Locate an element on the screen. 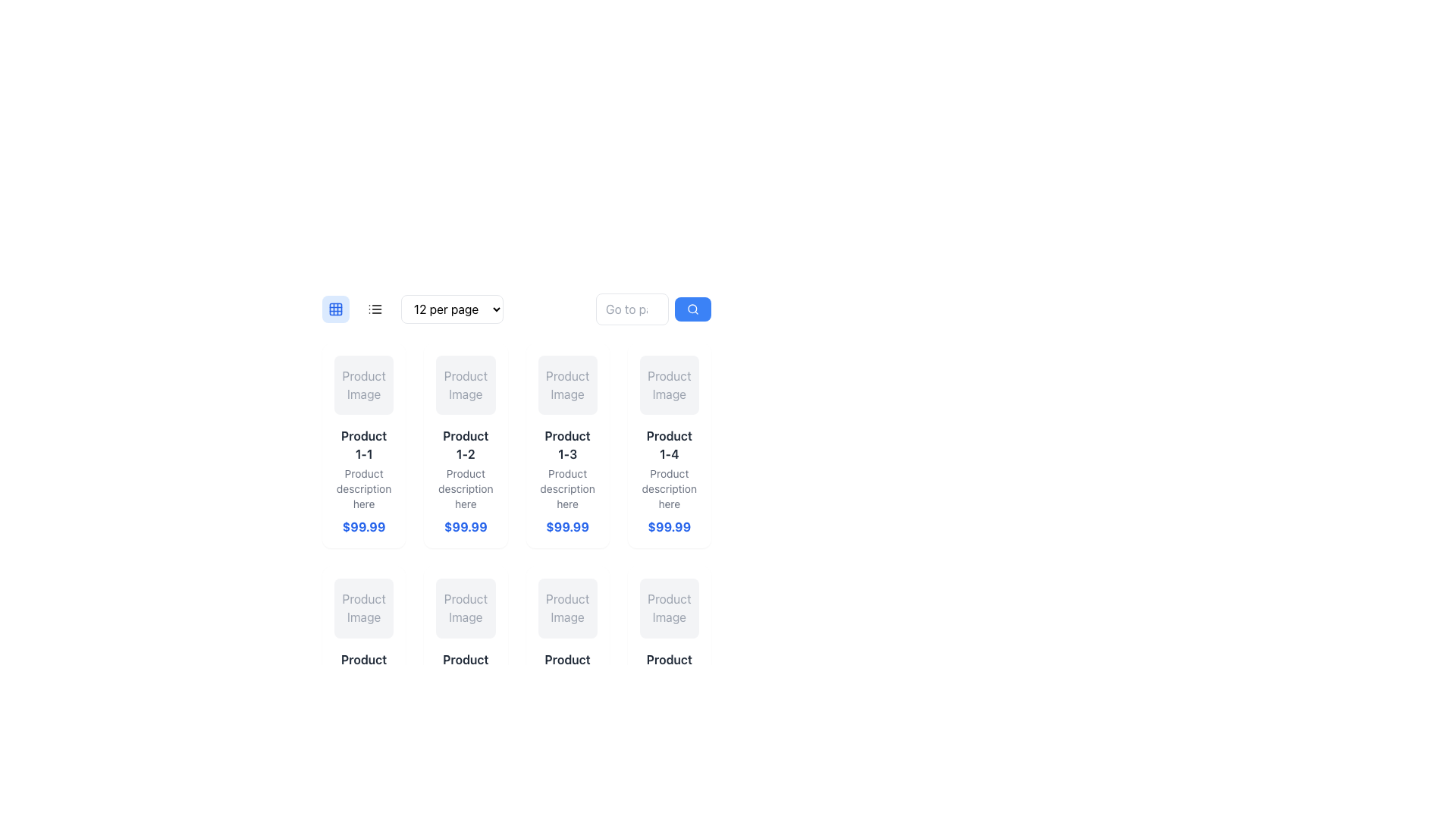 The height and width of the screenshot is (819, 1456). the Text Label element that displays 'Product description here', positioned below the product title 'Product 1-4' and above the price '$99.99' within the product card is located at coordinates (668, 489).